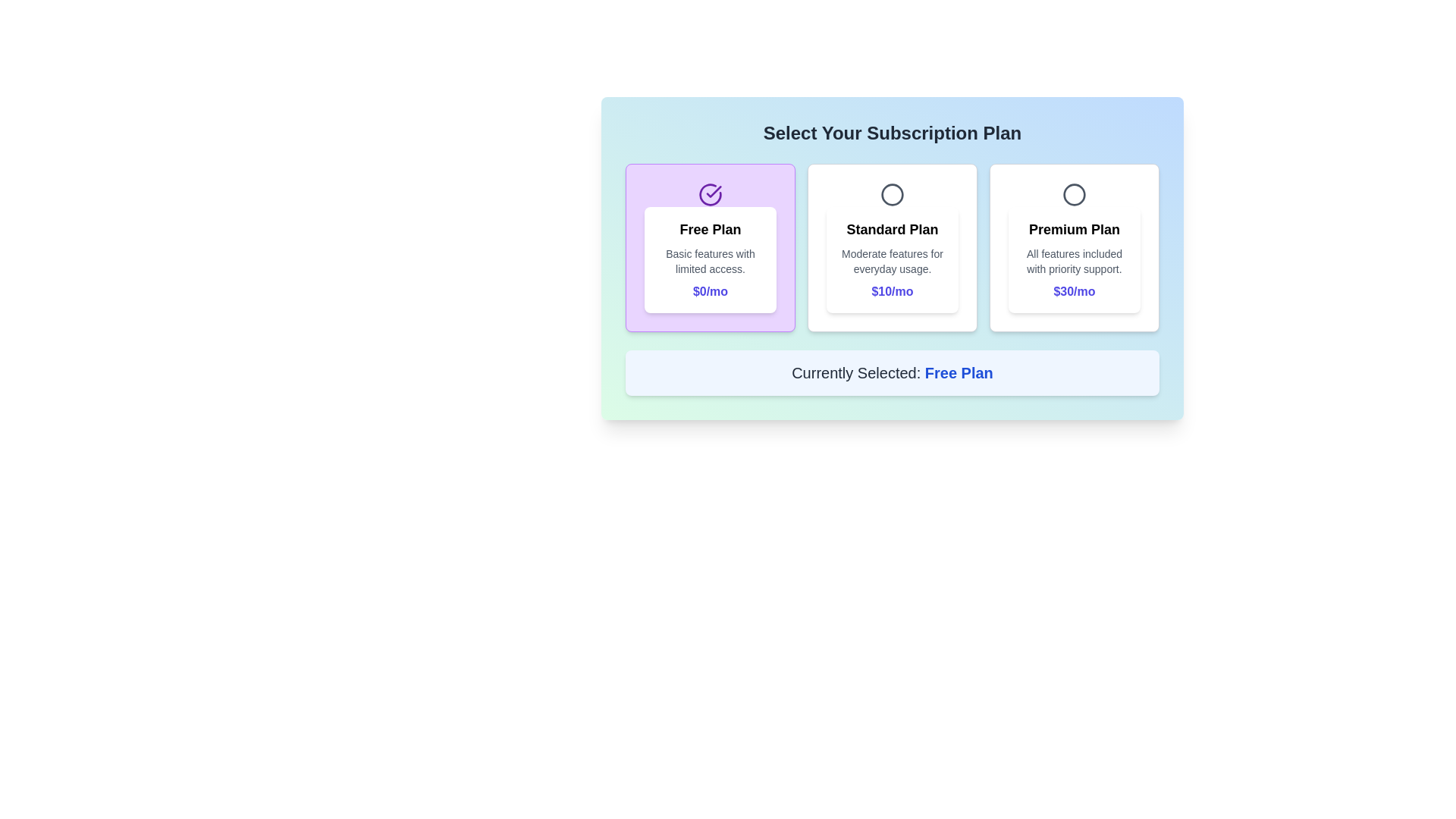 This screenshot has height=819, width=1456. I want to click on the decorative SVG circle element located in the top-center of the Premium Plan card, which is the rightmost card among the three options, so click(1073, 194).